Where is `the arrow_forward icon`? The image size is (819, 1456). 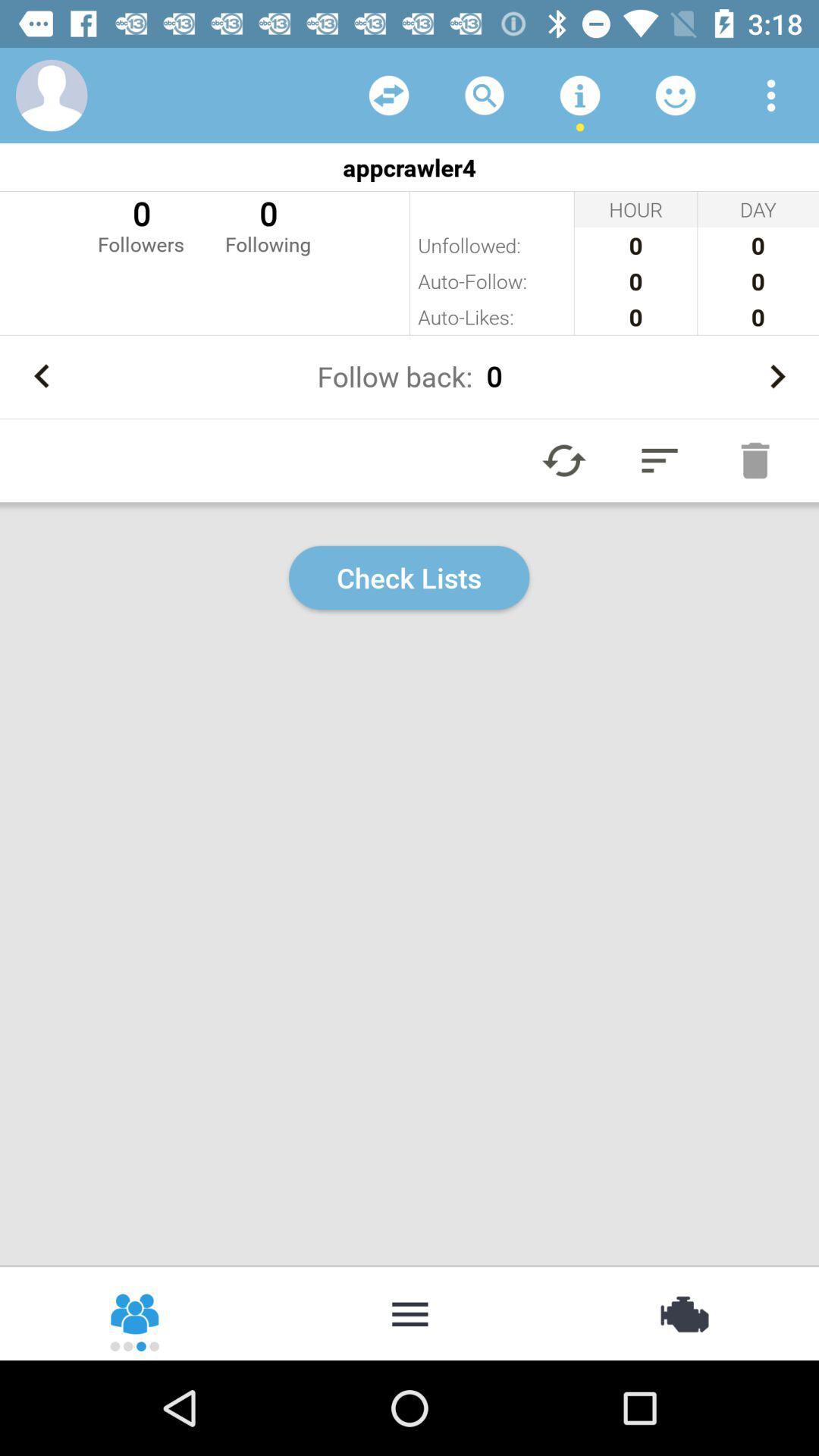 the arrow_forward icon is located at coordinates (777, 376).